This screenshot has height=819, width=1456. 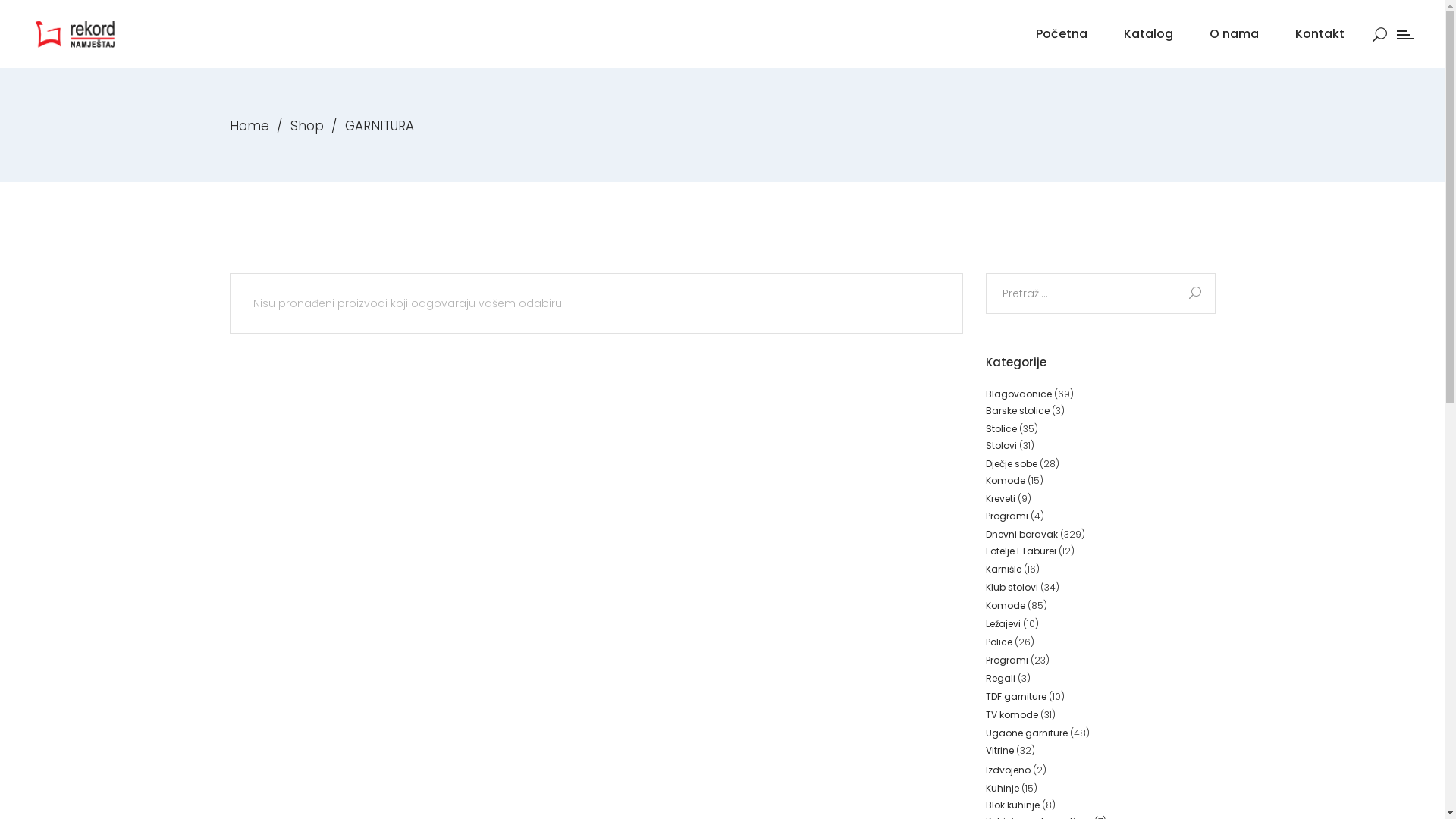 What do you see at coordinates (999, 642) in the screenshot?
I see `'Police'` at bounding box center [999, 642].